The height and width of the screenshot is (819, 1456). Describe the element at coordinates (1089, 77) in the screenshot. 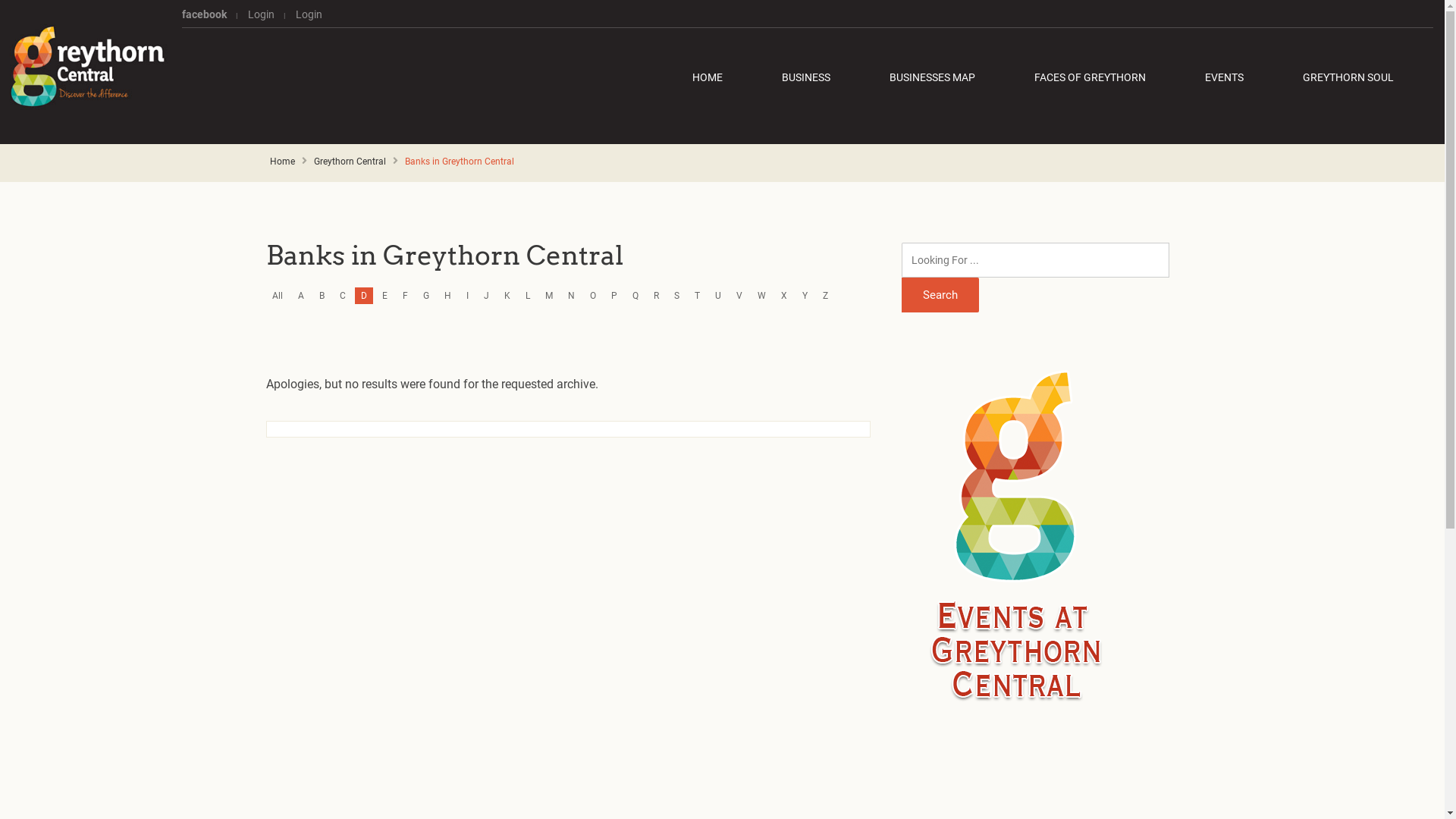

I see `'FACES OF GREYTHORN'` at that location.